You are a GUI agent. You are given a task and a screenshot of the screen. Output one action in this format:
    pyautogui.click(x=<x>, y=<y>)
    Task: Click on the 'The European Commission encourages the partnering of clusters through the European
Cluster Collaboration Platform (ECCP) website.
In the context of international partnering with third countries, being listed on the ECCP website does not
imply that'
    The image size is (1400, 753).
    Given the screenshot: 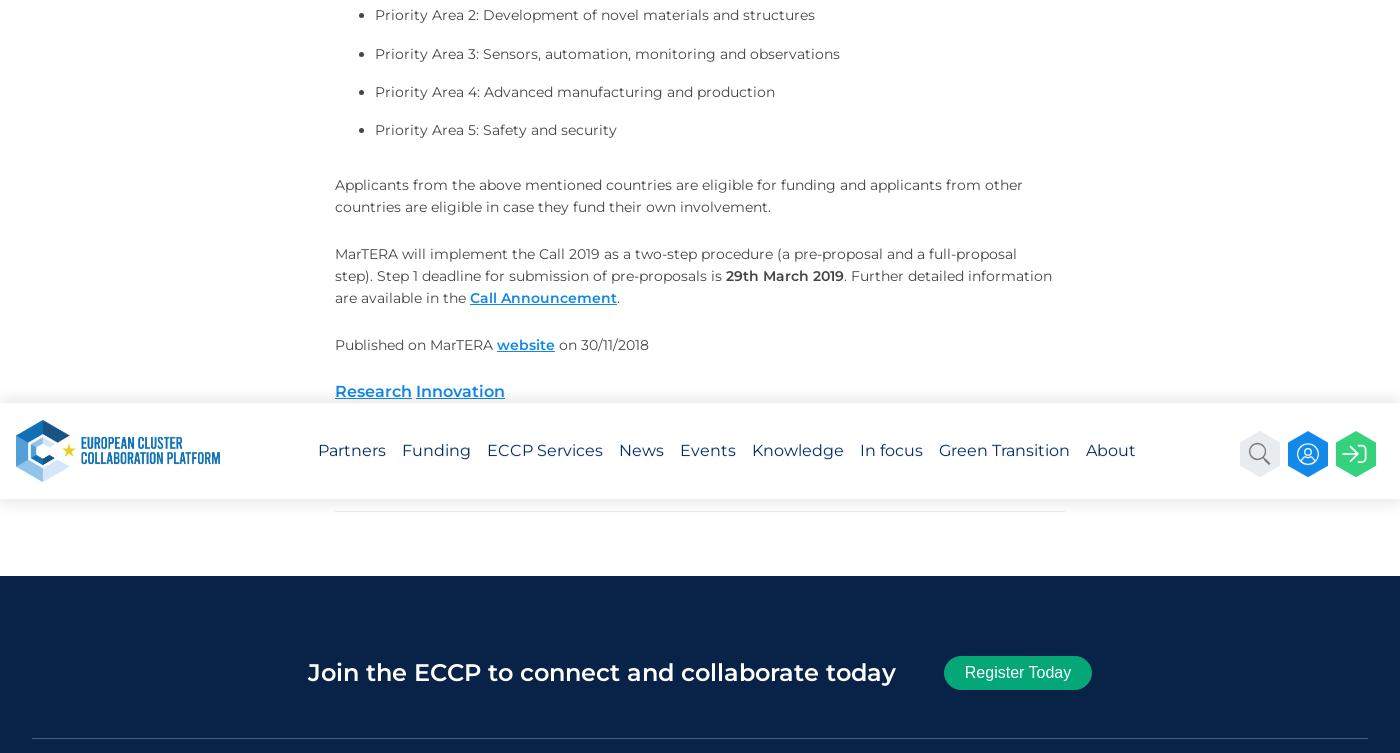 What is the action you would take?
    pyautogui.click(x=234, y=134)
    